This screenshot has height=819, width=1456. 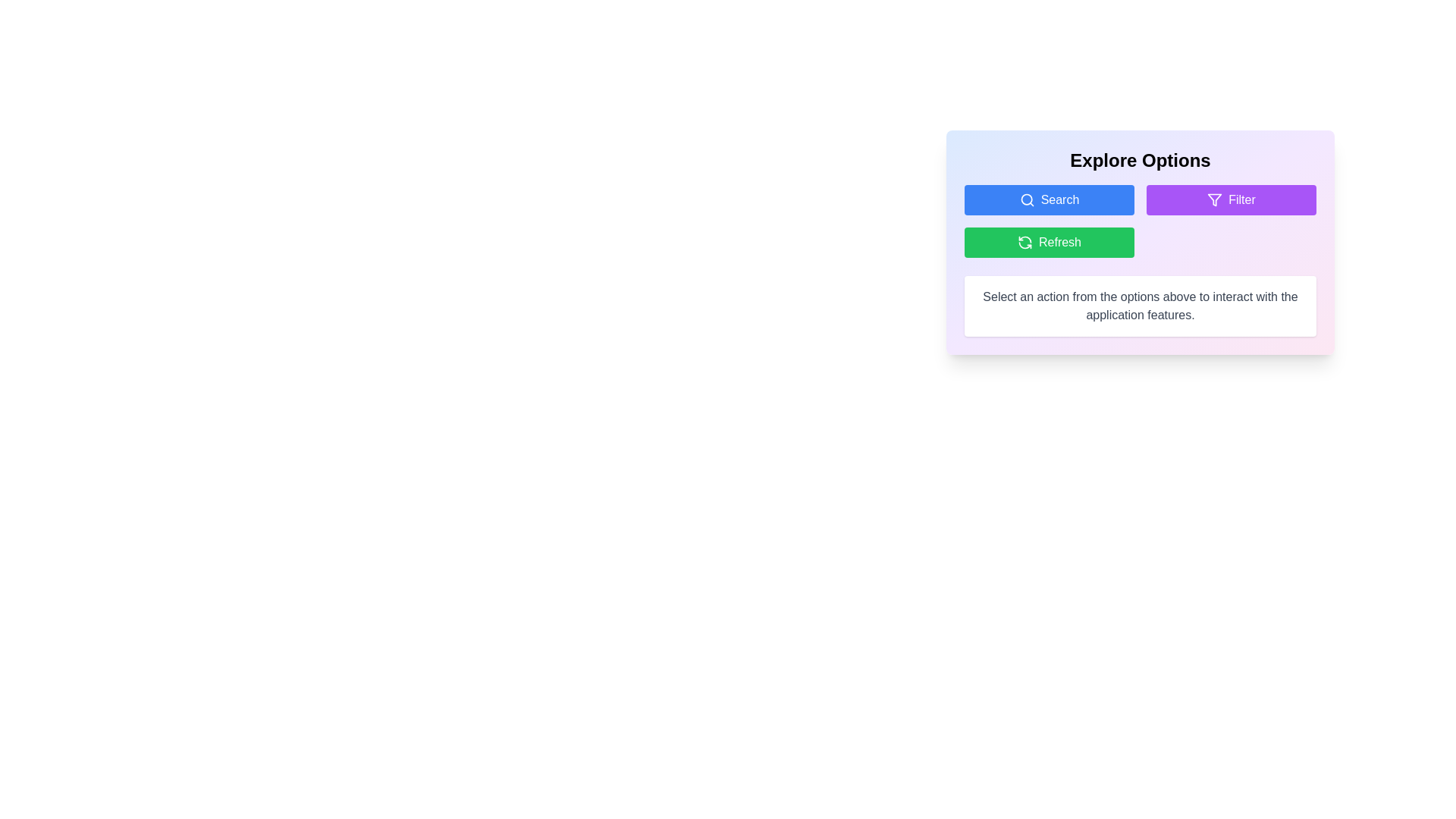 What do you see at coordinates (1048, 199) in the screenshot?
I see `the leftmost button in the top row that initiates a search operation` at bounding box center [1048, 199].